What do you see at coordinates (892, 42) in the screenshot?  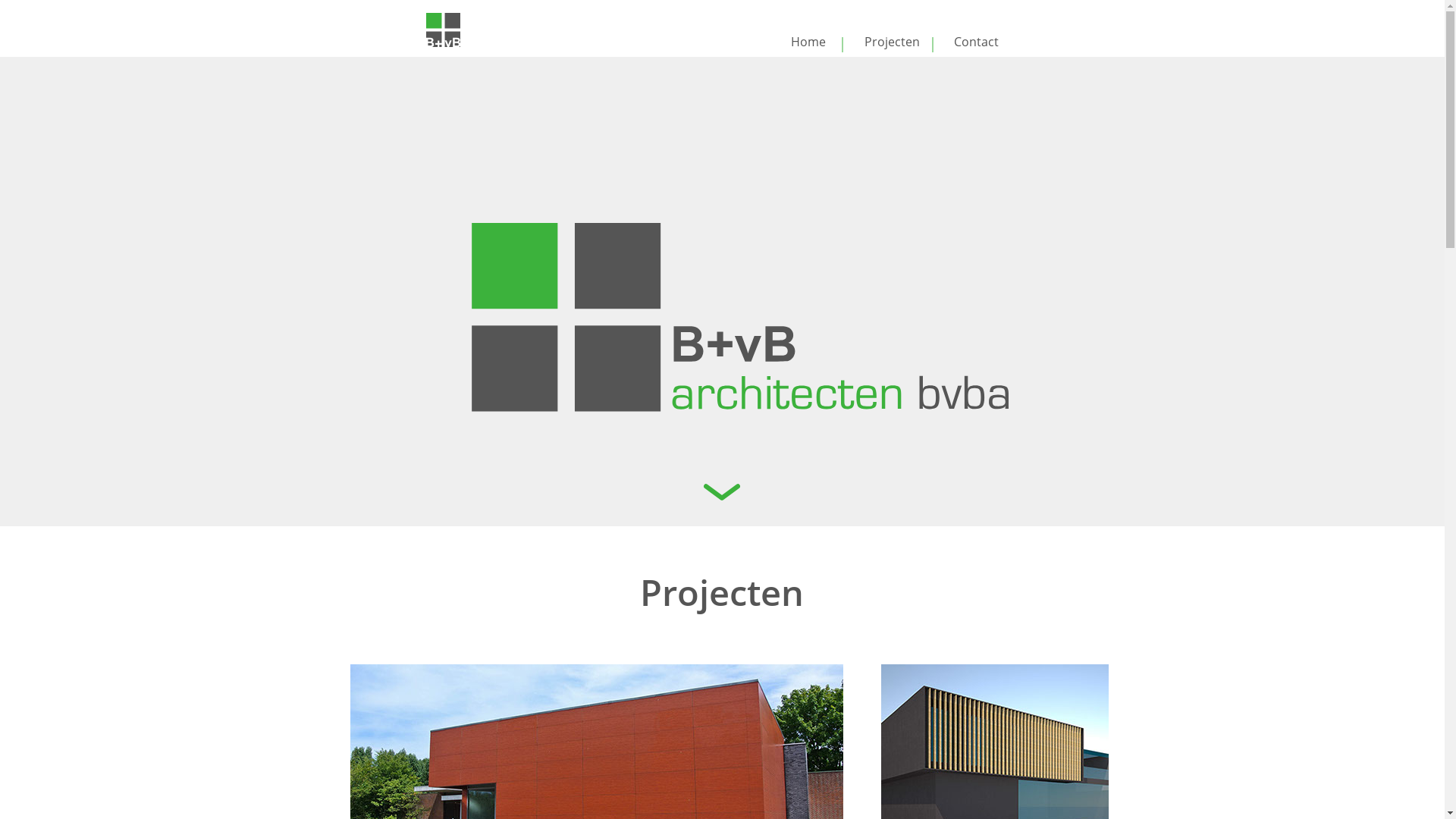 I see `'Projecten'` at bounding box center [892, 42].